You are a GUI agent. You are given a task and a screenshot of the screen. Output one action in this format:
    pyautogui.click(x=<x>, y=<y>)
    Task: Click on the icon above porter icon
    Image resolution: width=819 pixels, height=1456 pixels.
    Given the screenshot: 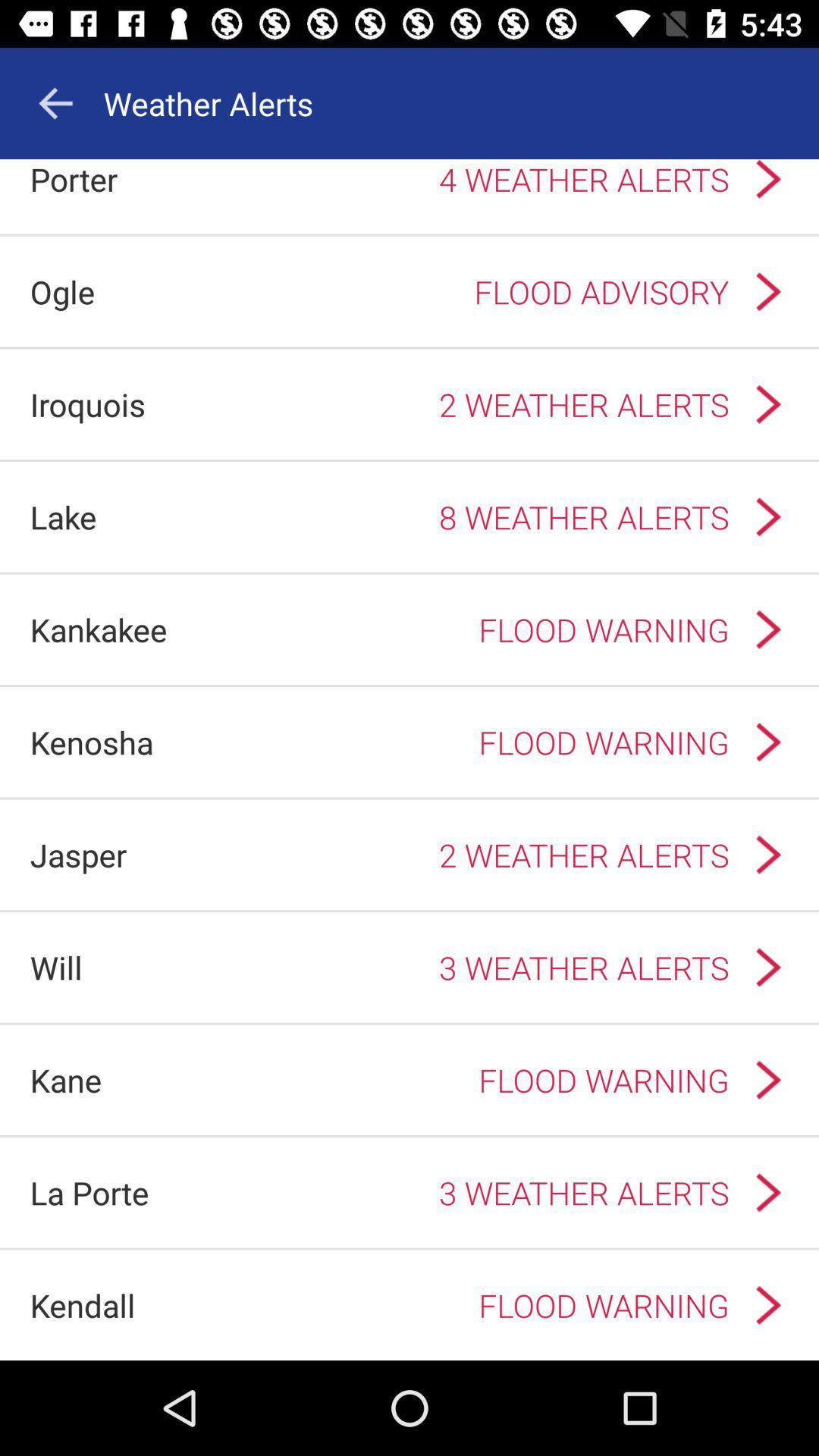 What is the action you would take?
    pyautogui.click(x=55, y=102)
    